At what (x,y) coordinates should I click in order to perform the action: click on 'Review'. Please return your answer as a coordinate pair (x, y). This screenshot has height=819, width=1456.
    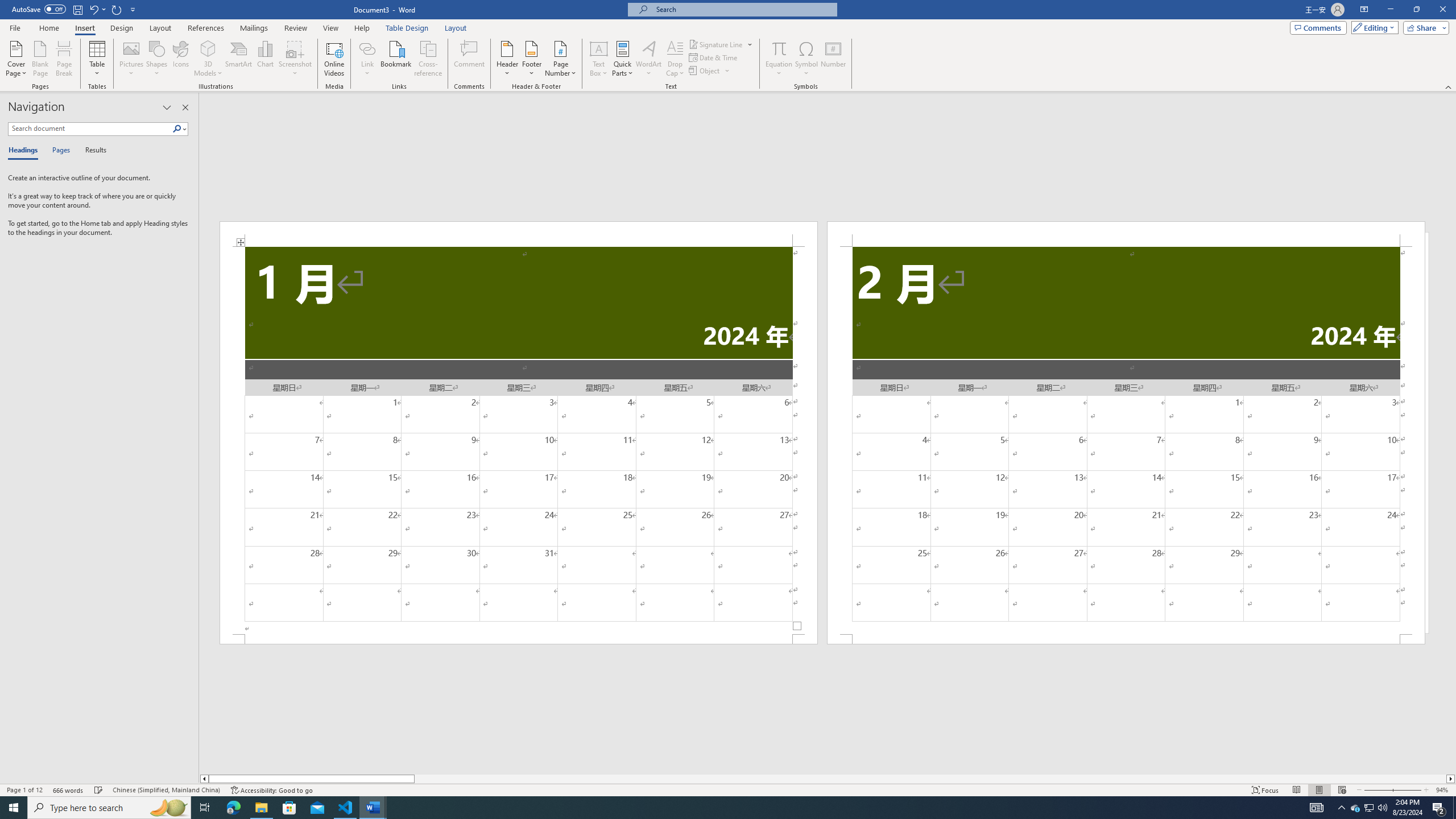
    Looking at the image, I should click on (295, 28).